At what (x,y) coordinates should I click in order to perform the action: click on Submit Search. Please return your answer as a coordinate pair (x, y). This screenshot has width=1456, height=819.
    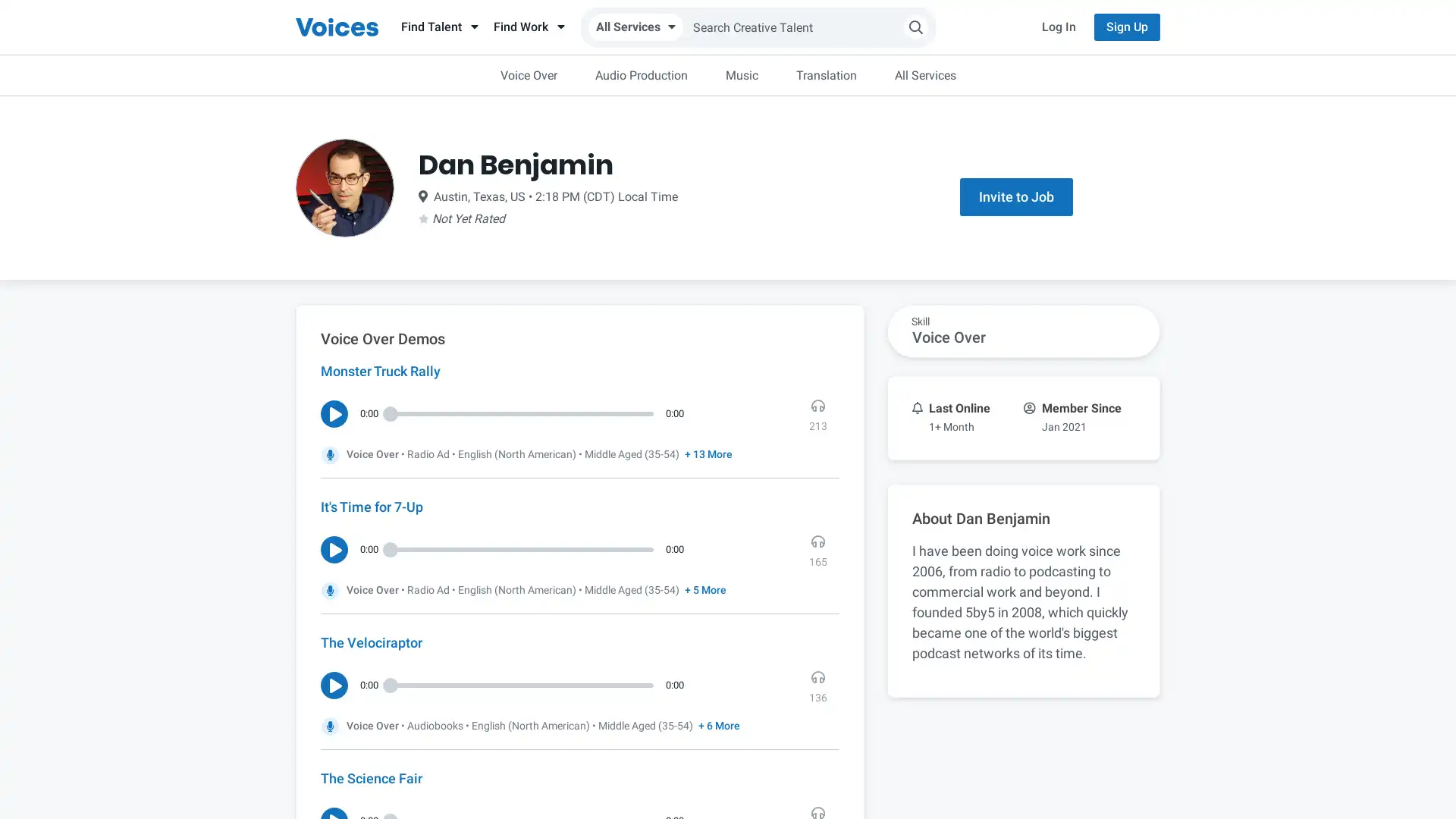
    Looking at the image, I should click on (915, 27).